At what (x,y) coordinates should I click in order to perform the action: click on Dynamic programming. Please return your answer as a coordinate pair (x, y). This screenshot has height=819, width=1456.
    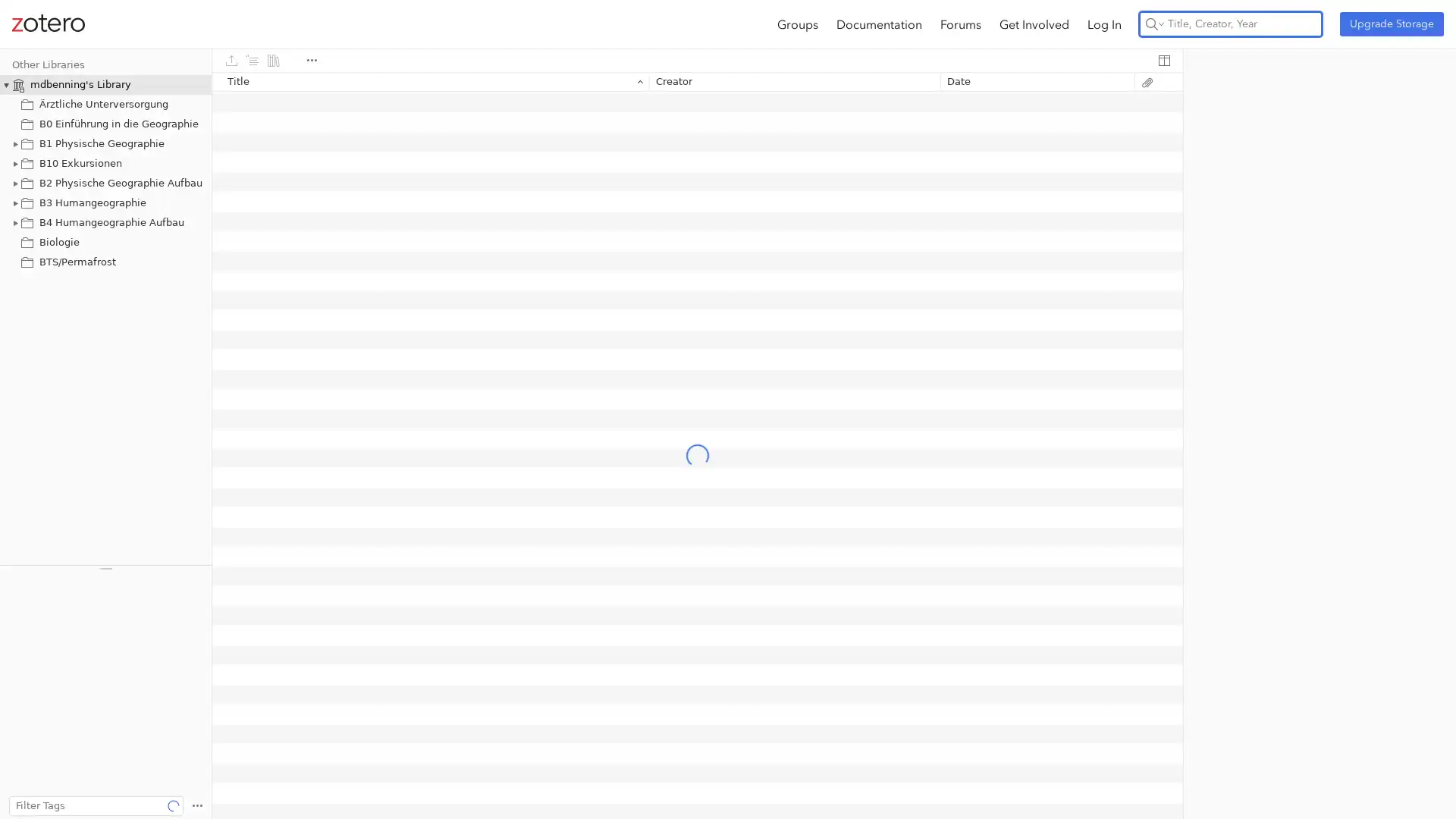
    Looking at the image, I should click on (64, 702).